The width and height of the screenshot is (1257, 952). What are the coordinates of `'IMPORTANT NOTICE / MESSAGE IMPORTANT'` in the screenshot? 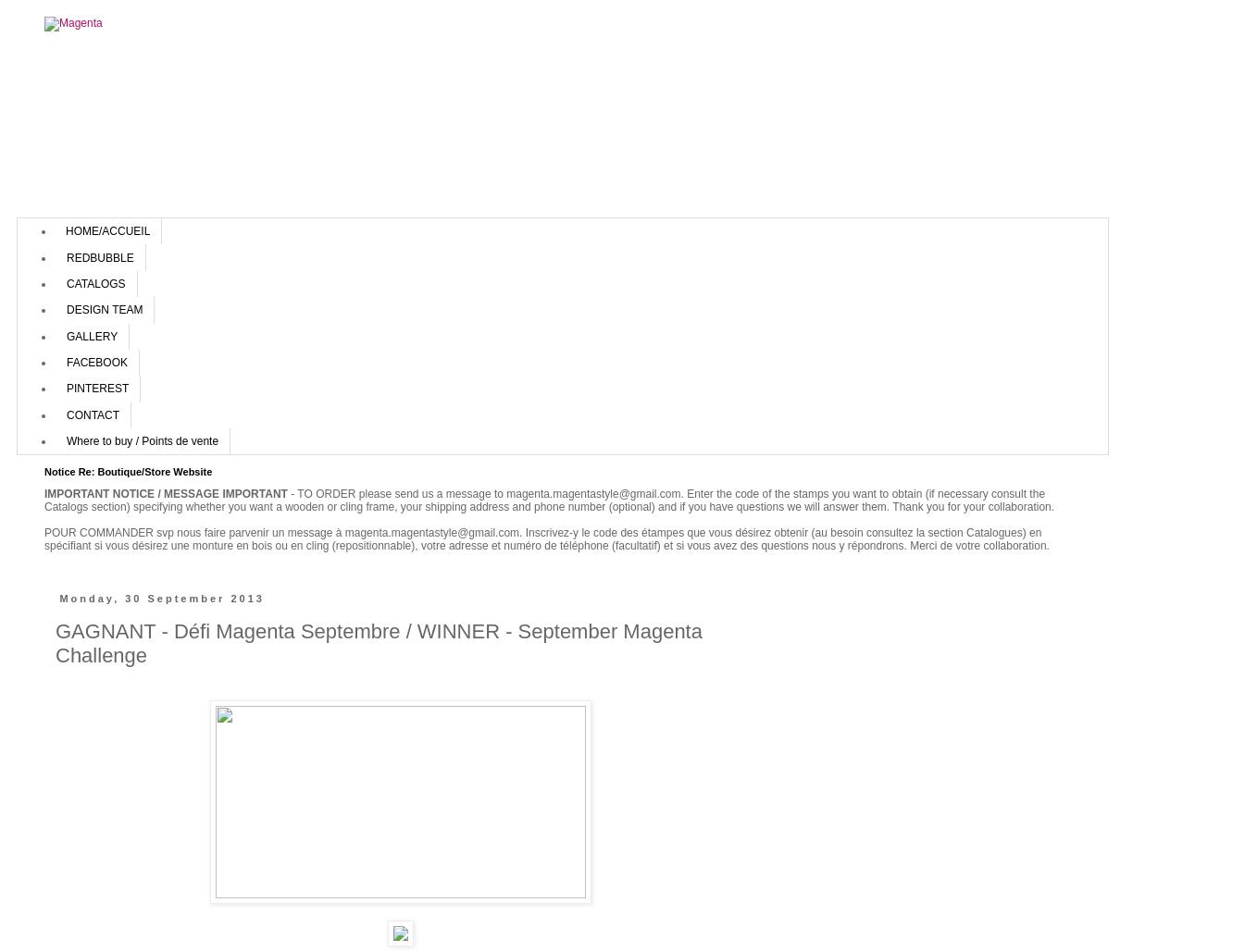 It's located at (168, 493).